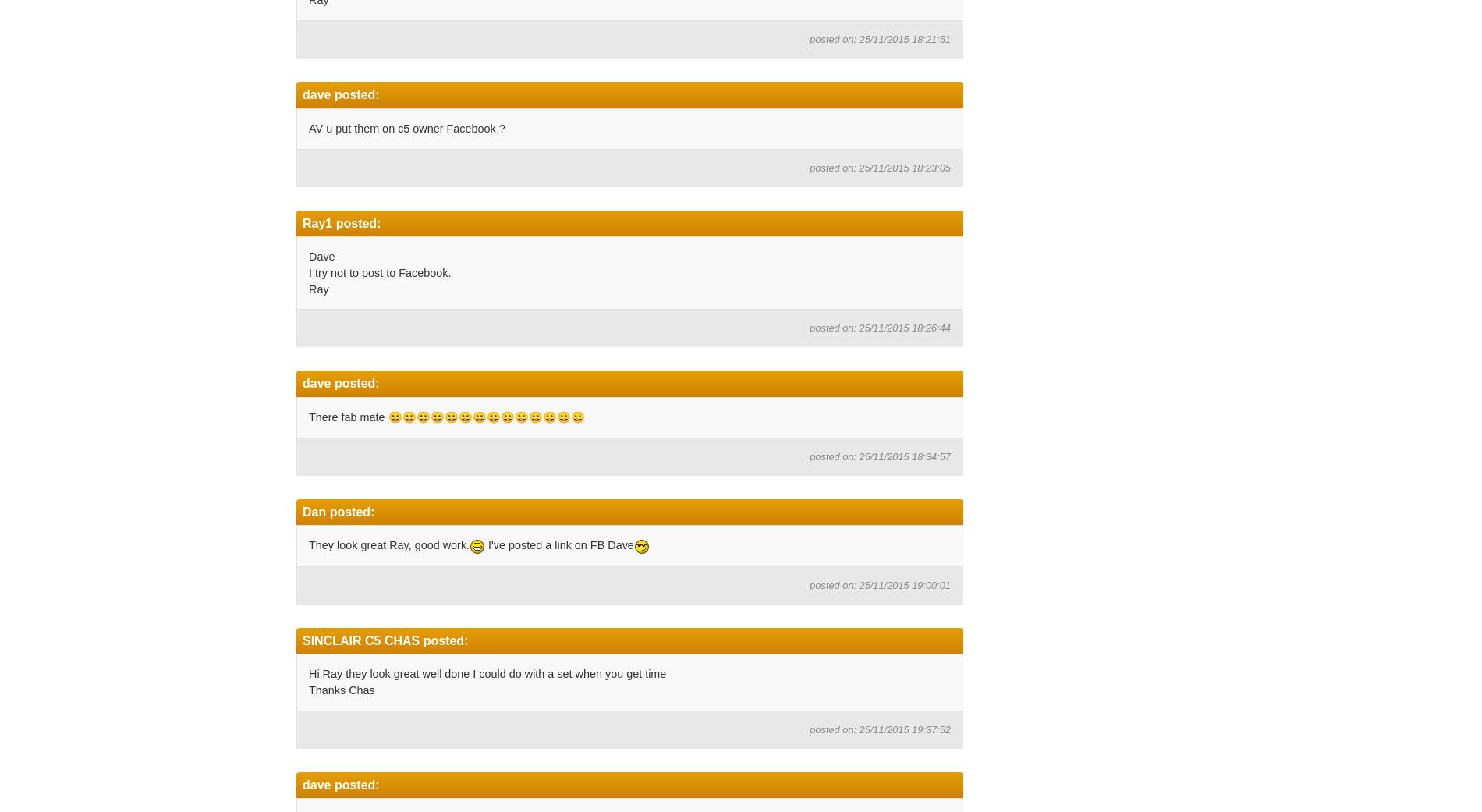 This screenshot has width=1482, height=812. What do you see at coordinates (337, 510) in the screenshot?
I see `'Dan posted:'` at bounding box center [337, 510].